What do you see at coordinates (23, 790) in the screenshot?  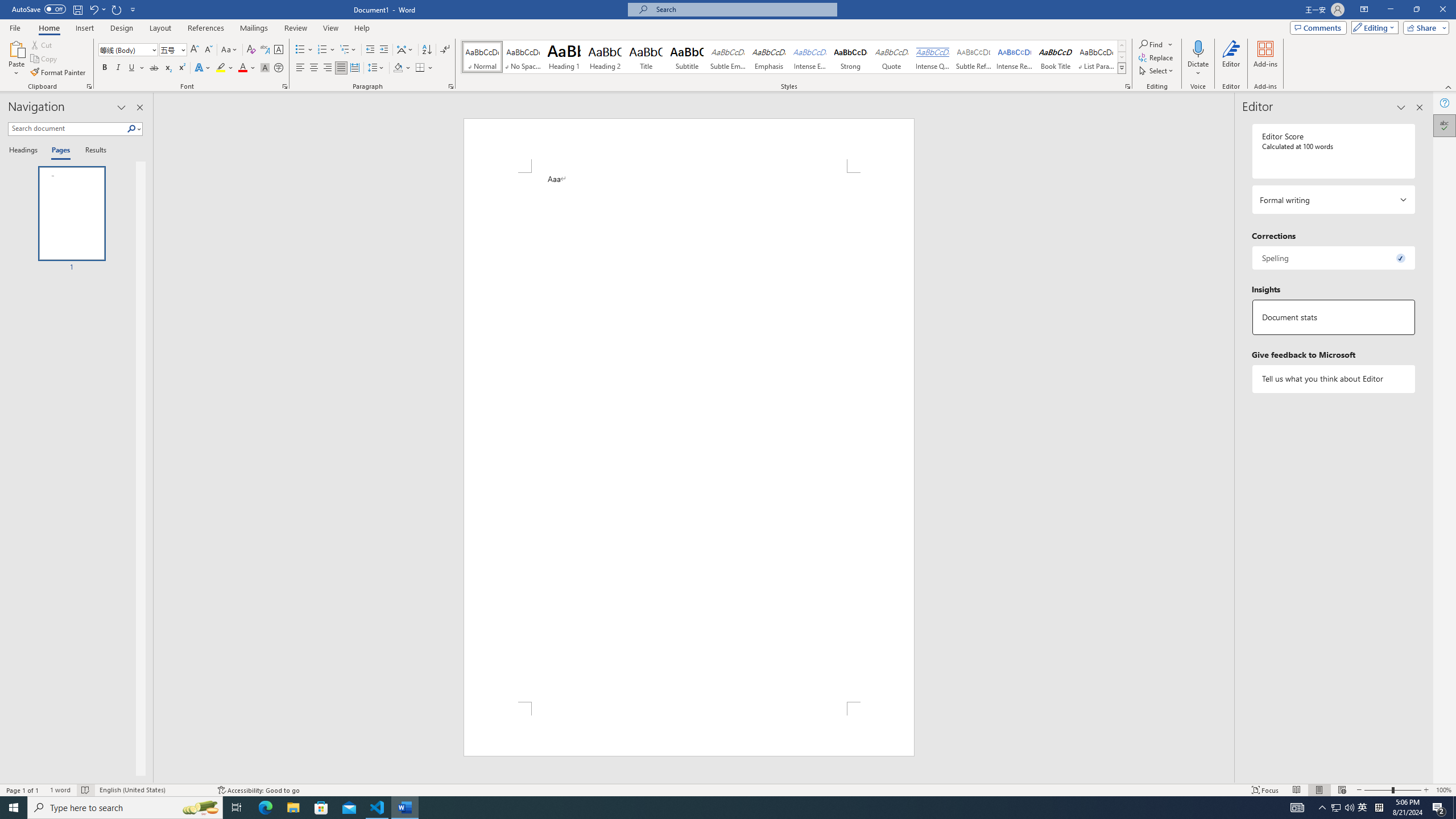 I see `'Page Number Page 1 of 1'` at bounding box center [23, 790].